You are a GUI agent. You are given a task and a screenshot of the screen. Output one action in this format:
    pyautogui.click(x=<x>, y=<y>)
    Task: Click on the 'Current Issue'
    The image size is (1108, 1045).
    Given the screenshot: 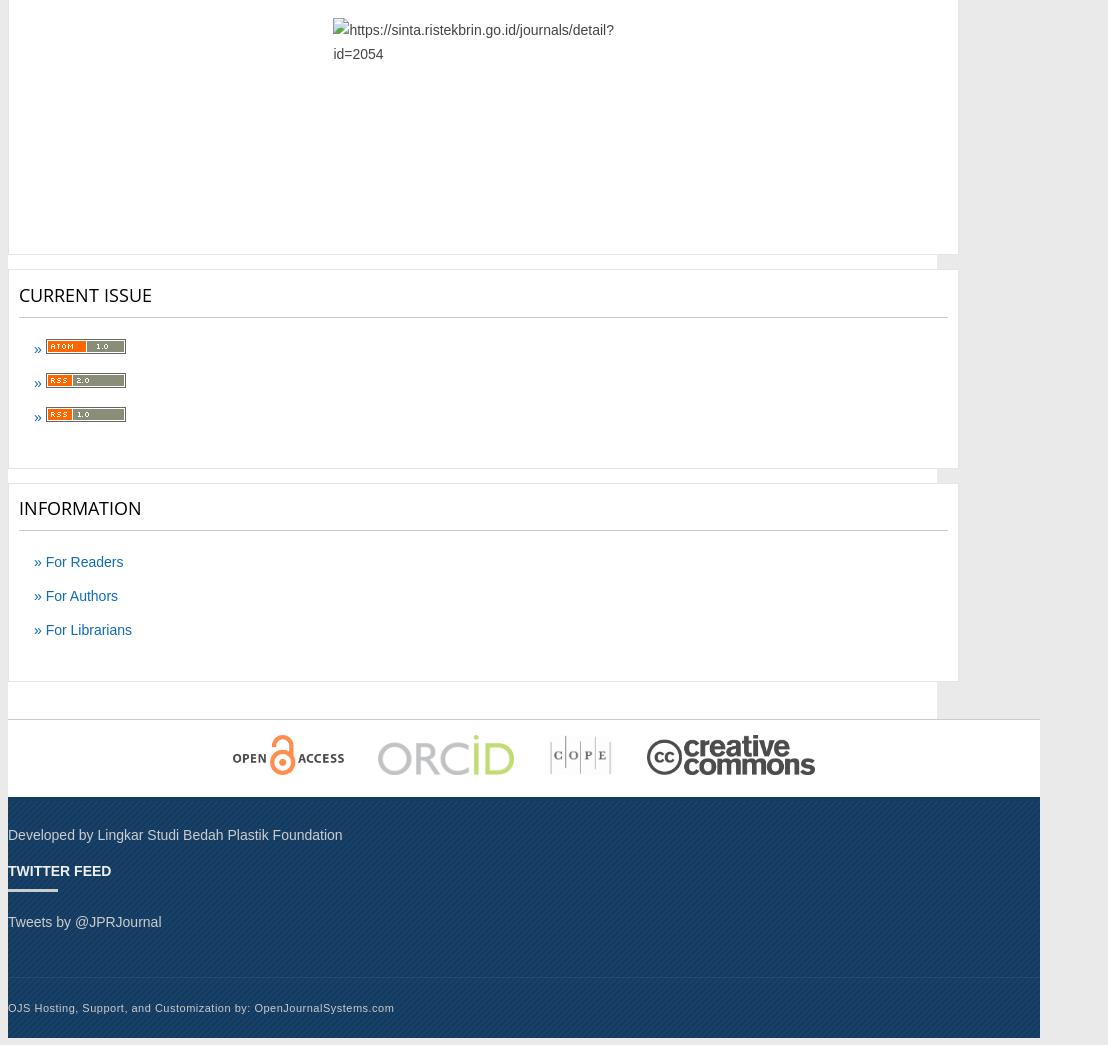 What is the action you would take?
    pyautogui.click(x=18, y=293)
    